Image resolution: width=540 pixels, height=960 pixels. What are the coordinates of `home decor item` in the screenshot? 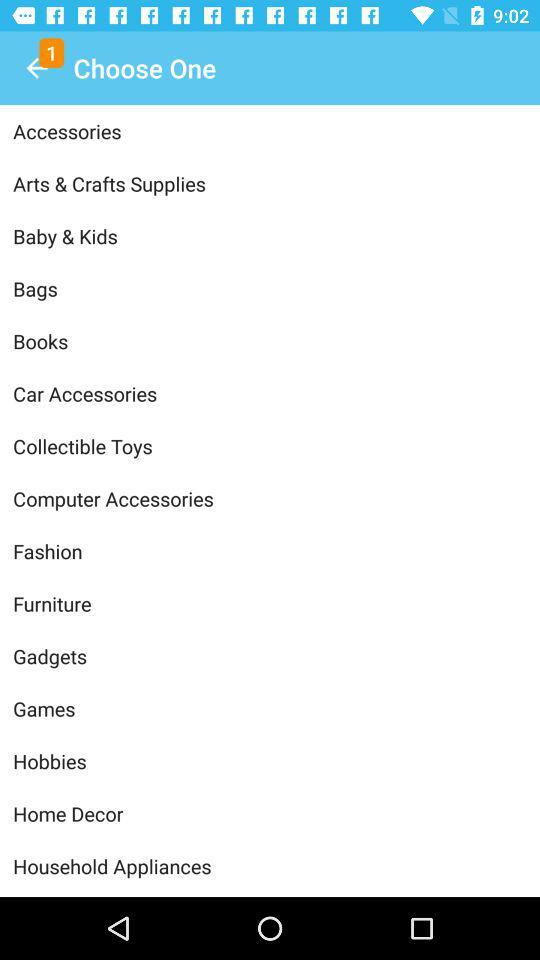 It's located at (270, 813).